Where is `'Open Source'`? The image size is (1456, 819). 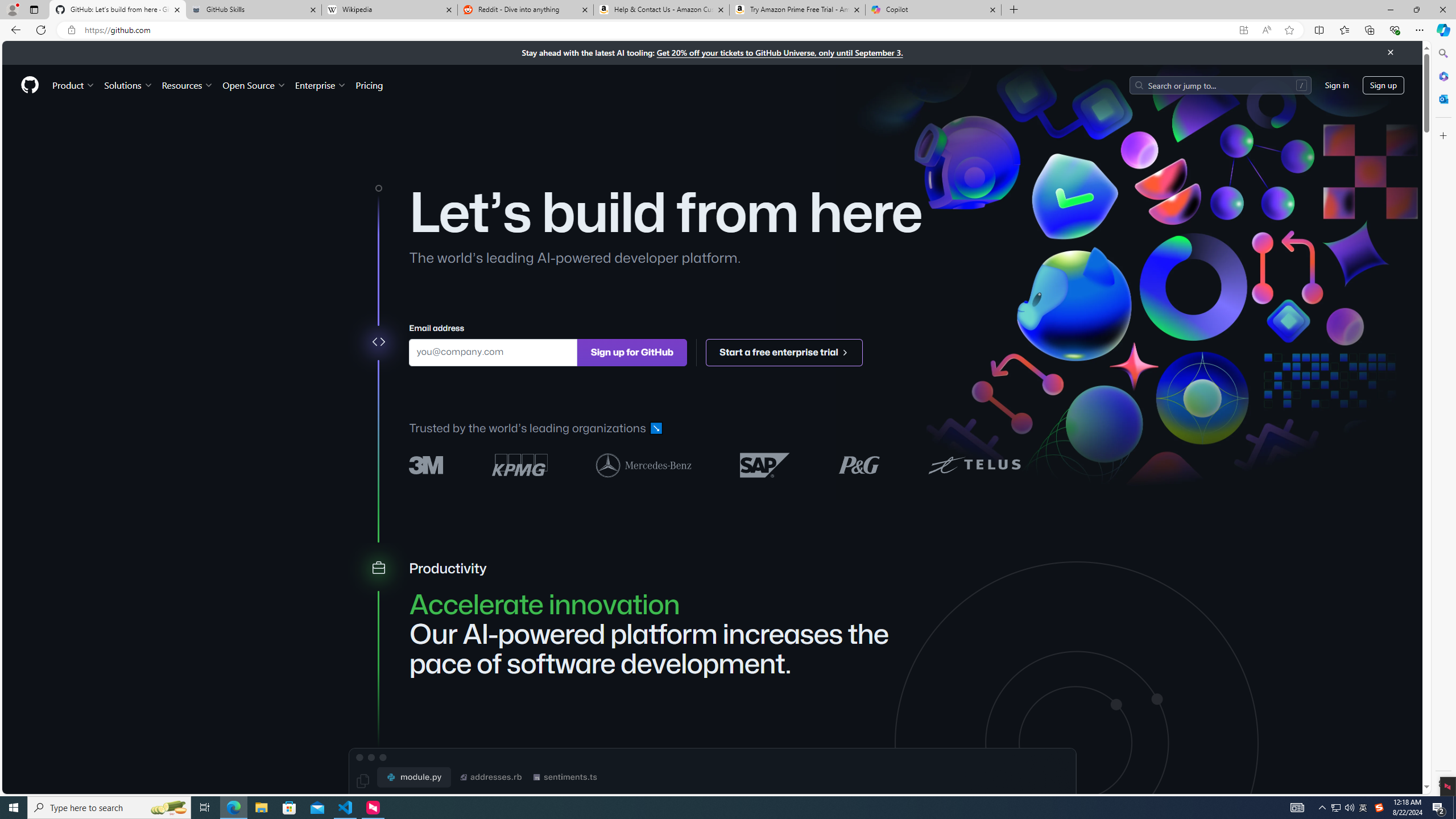
'Open Source' is located at coordinates (255, 85).